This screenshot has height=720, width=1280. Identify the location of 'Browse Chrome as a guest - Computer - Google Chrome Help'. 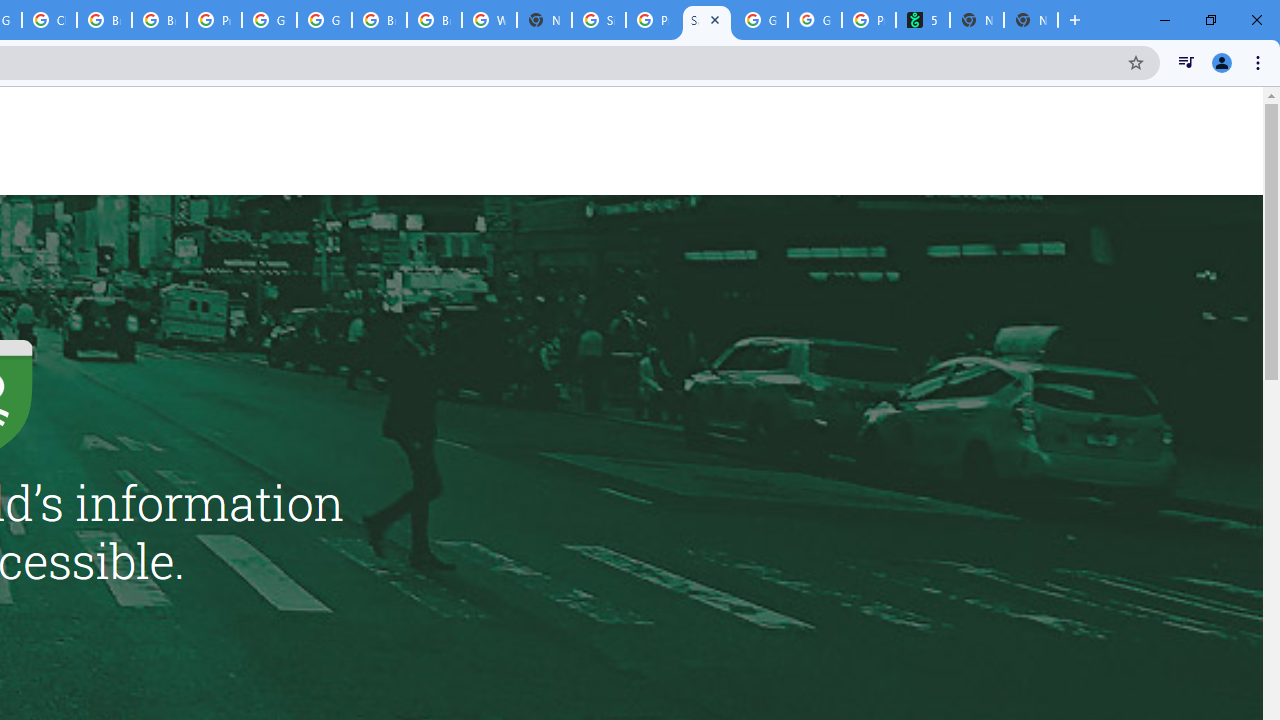
(379, 20).